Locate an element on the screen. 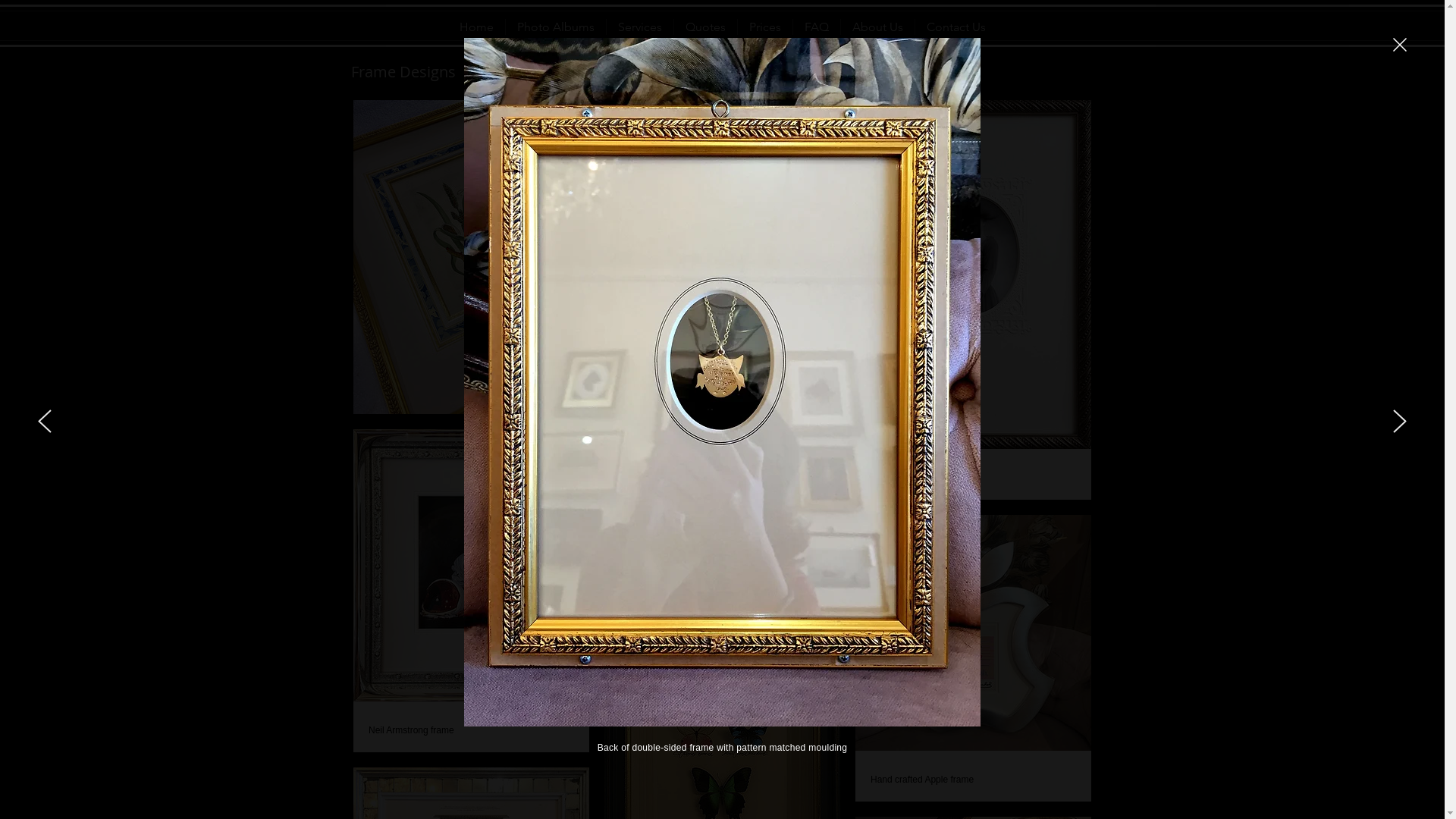 Image resolution: width=1456 pixels, height=819 pixels. 'Prices' is located at coordinates (764, 26).